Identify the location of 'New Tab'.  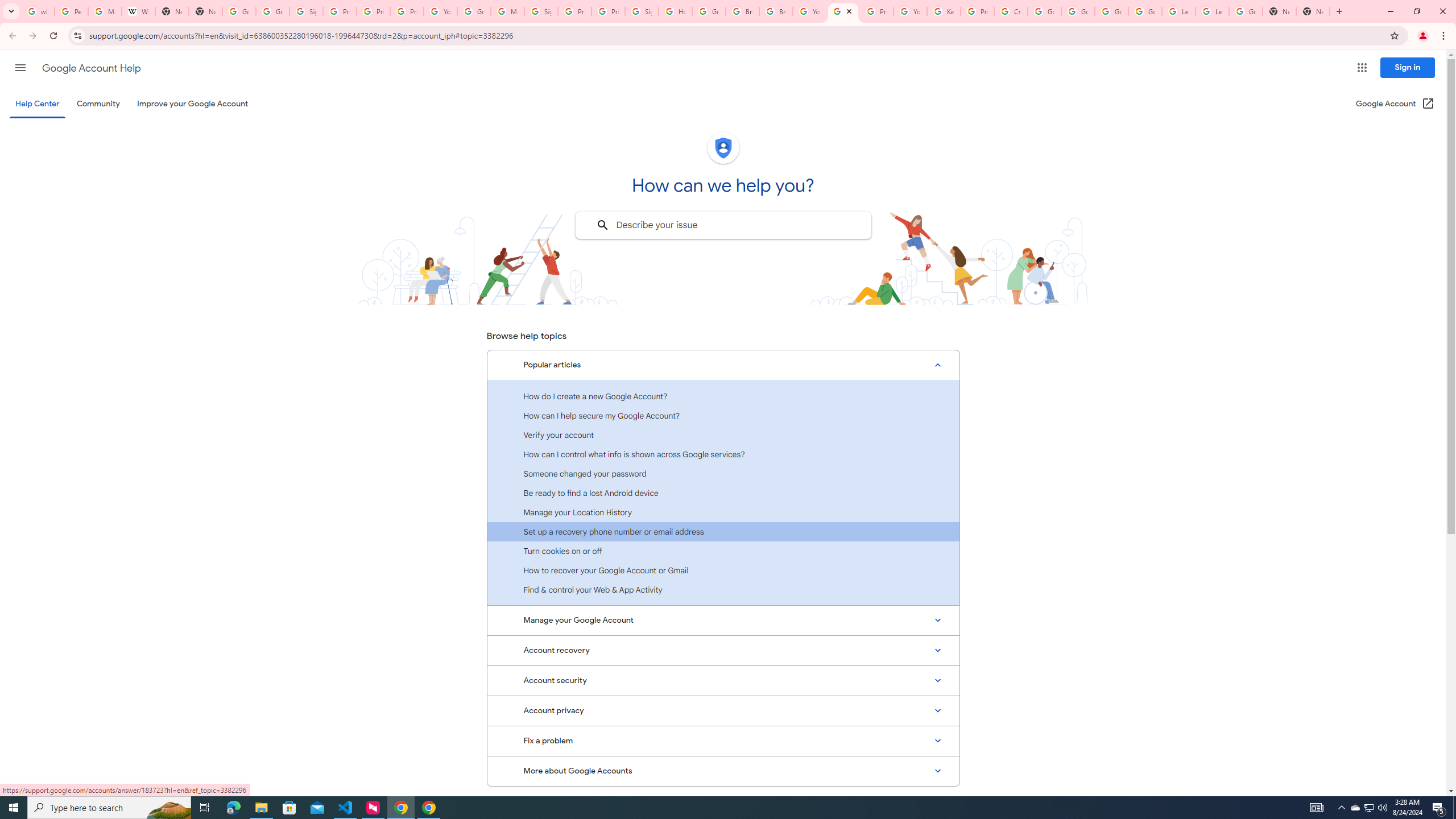
(1313, 11).